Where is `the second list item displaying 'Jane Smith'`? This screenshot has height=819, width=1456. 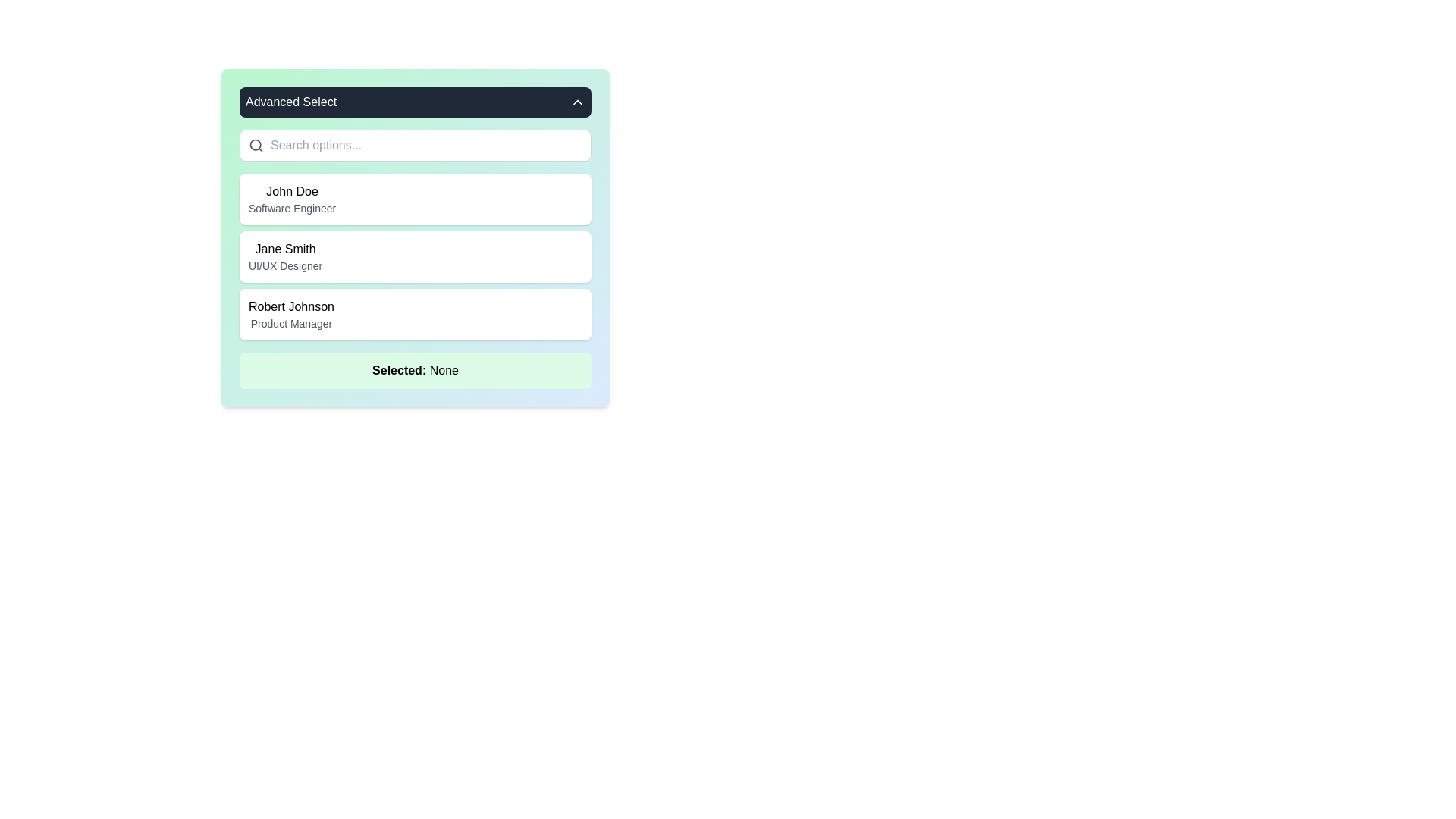 the second list item displaying 'Jane Smith' is located at coordinates (415, 256).